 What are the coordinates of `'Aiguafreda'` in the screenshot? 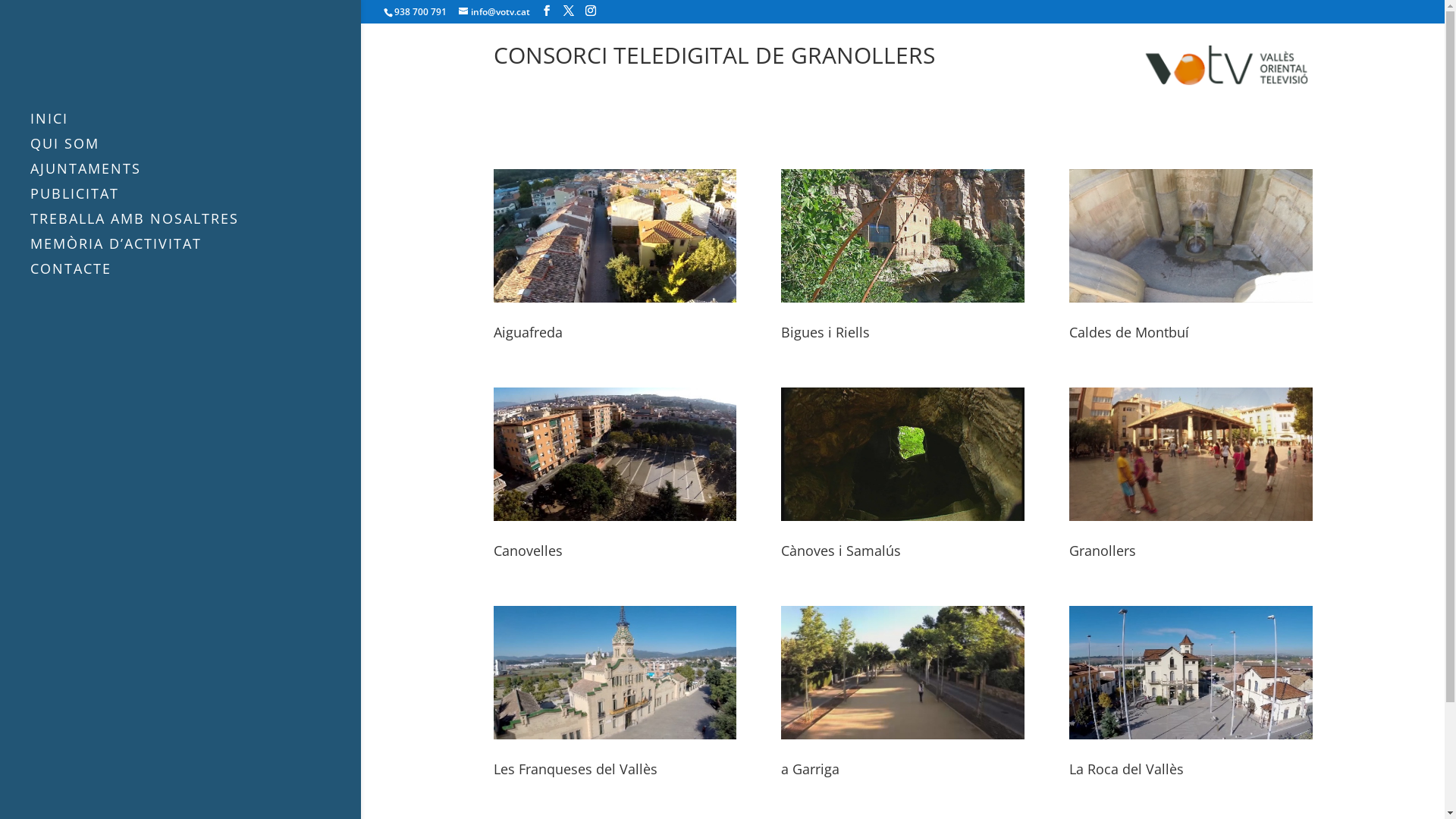 It's located at (528, 331).